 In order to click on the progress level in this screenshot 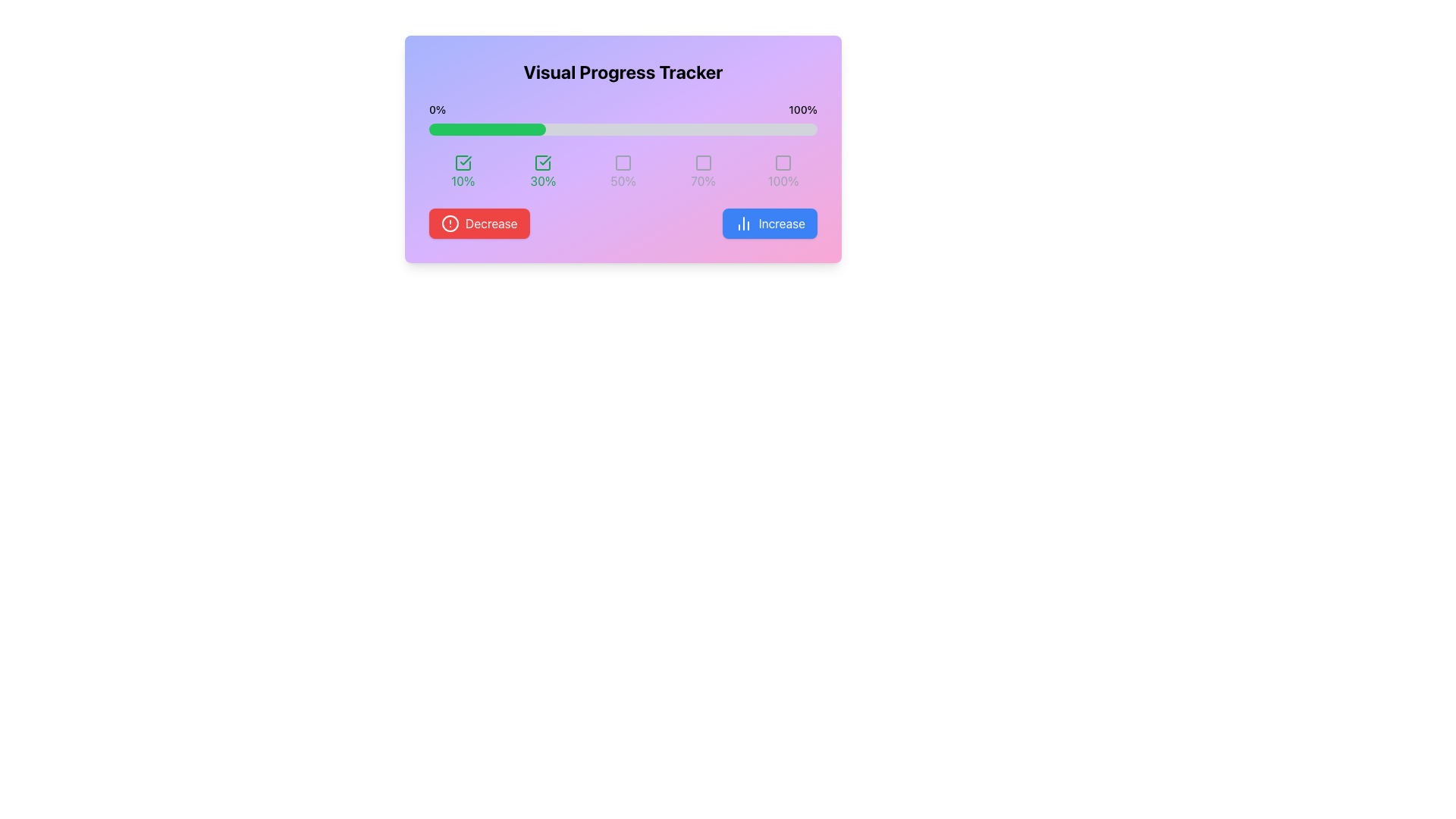, I will do `click(607, 128)`.